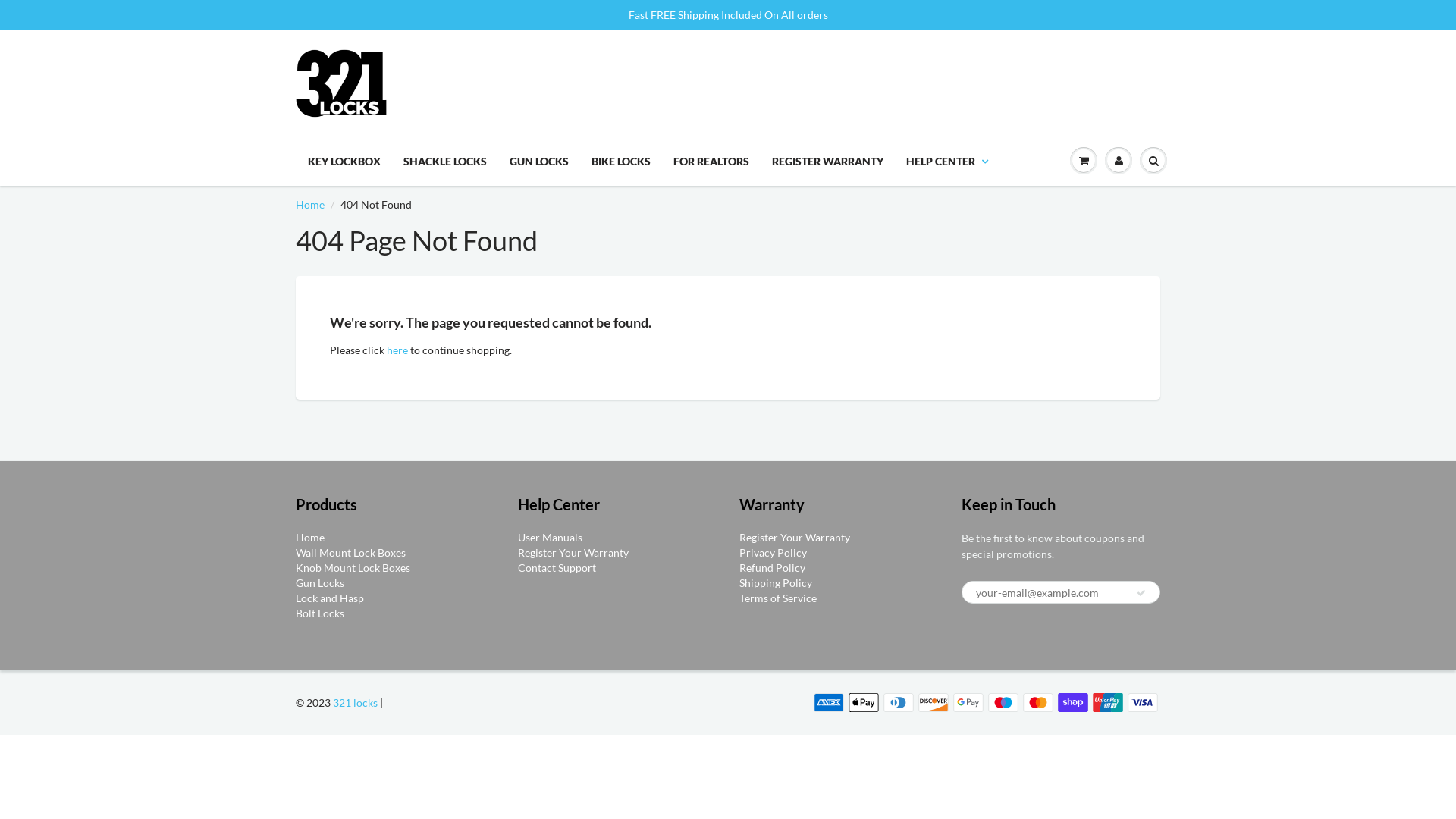 The width and height of the screenshot is (1456, 819). What do you see at coordinates (827, 161) in the screenshot?
I see `'REGISTER WARRANTY'` at bounding box center [827, 161].